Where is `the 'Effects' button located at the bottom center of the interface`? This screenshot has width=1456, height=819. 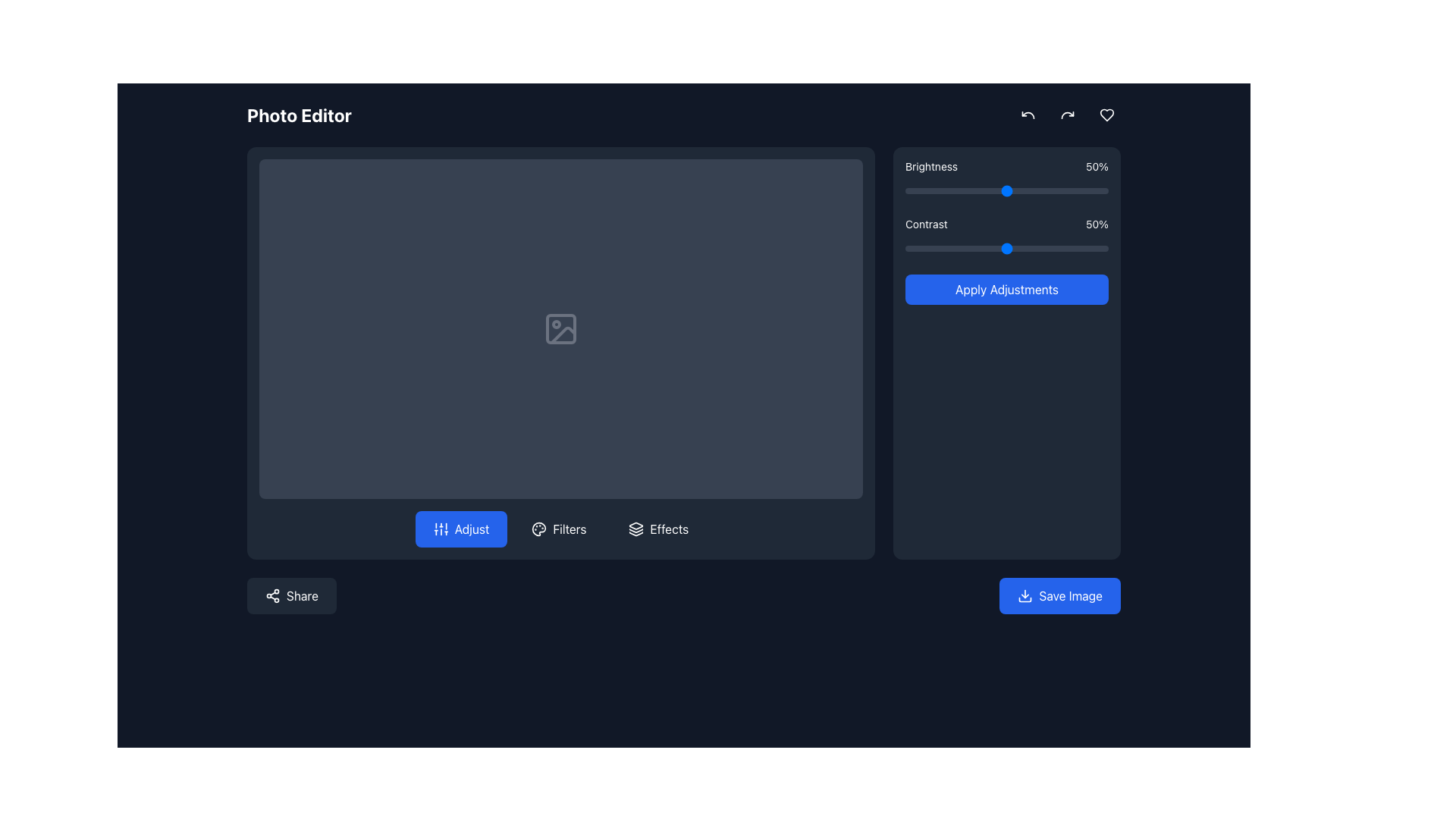 the 'Effects' button located at the bottom center of the interface is located at coordinates (658, 528).